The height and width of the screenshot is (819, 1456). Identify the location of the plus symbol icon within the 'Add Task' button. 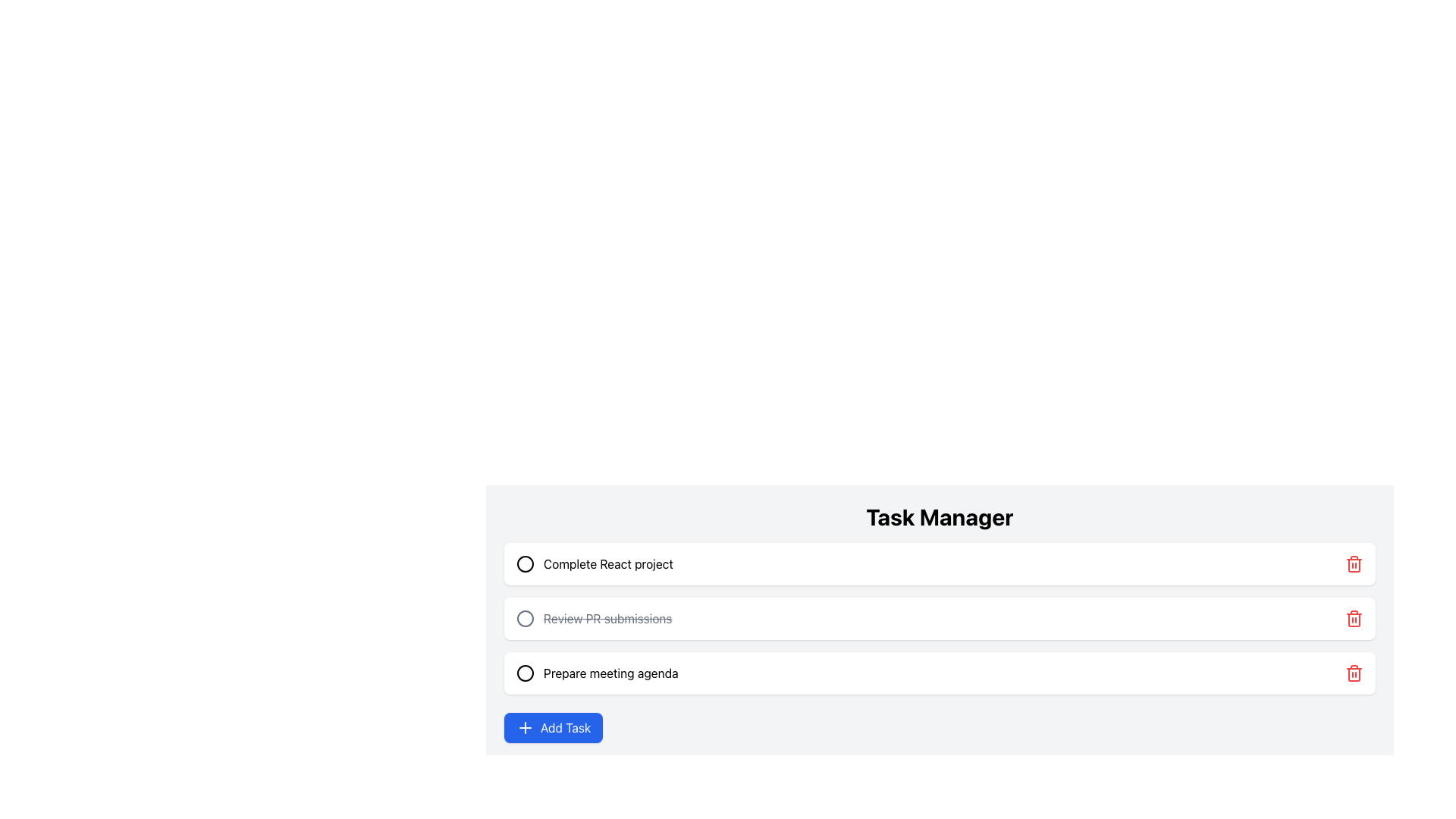
(525, 727).